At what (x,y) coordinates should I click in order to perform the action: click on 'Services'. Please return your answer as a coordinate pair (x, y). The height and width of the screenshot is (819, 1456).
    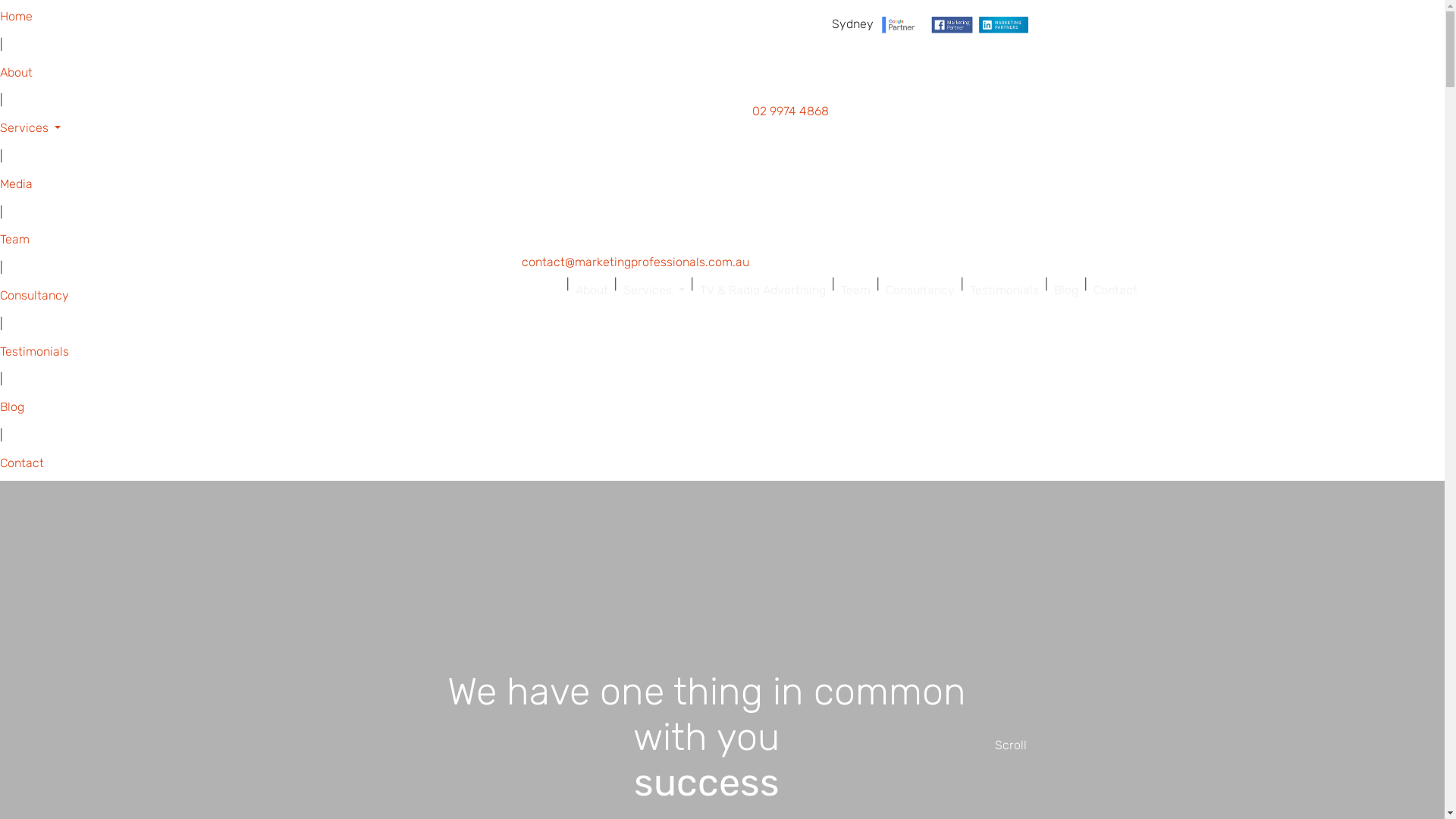
    Looking at the image, I should click on (617, 290).